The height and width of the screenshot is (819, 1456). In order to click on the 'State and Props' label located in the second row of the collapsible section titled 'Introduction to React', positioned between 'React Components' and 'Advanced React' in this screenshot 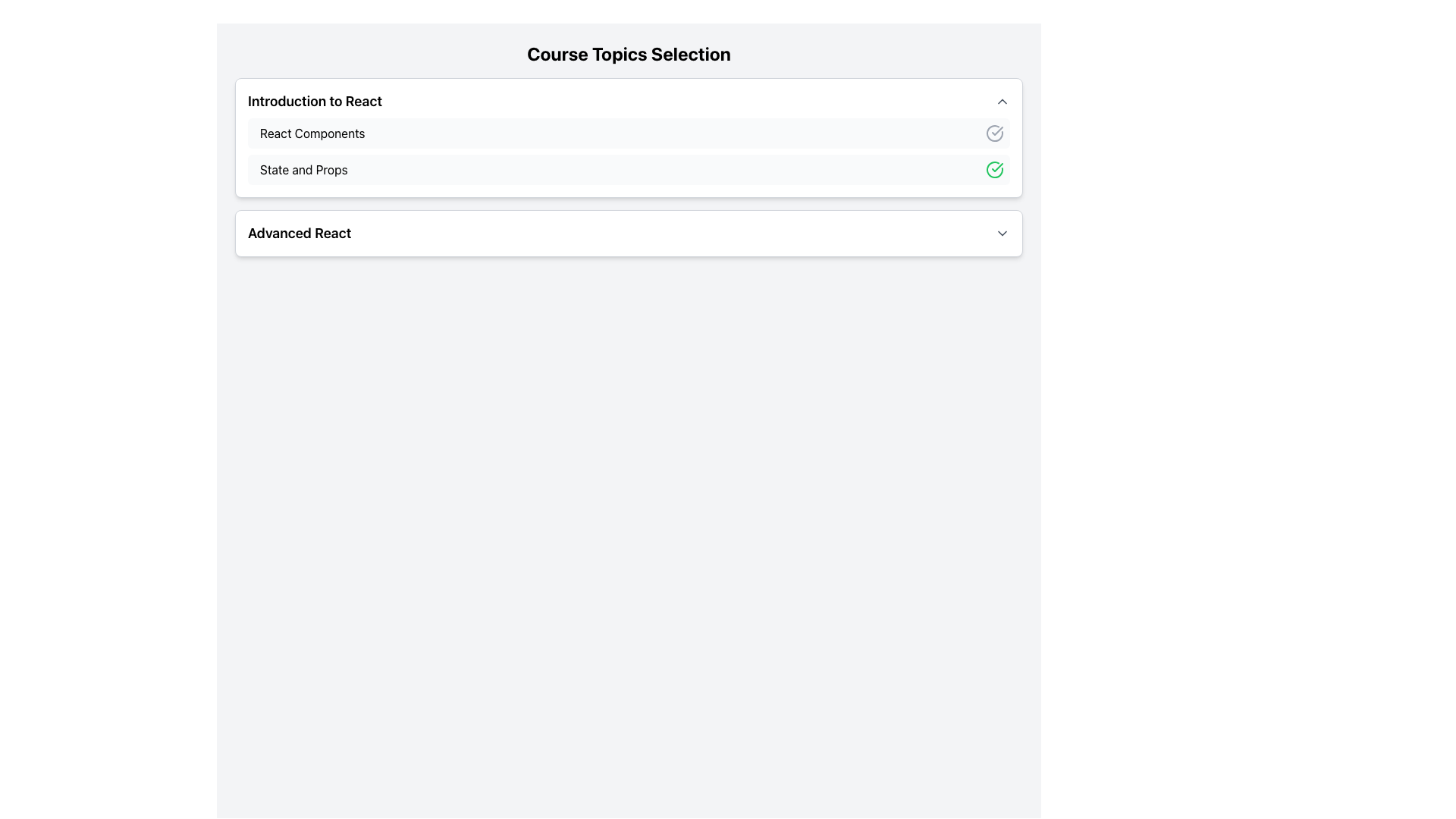, I will do `click(303, 169)`.